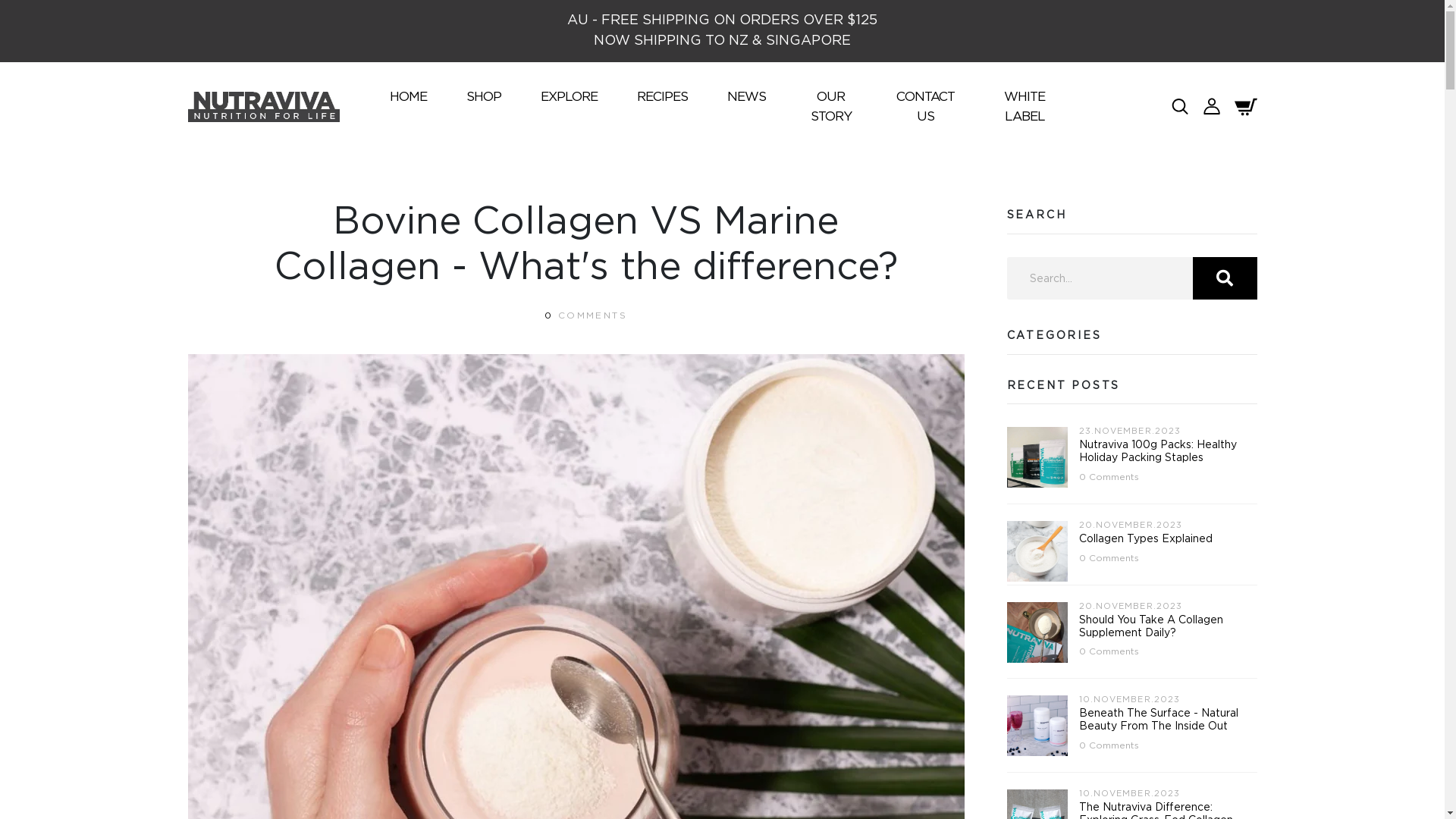  Describe the element at coordinates (408, 96) in the screenshot. I see `'HOME'` at that location.